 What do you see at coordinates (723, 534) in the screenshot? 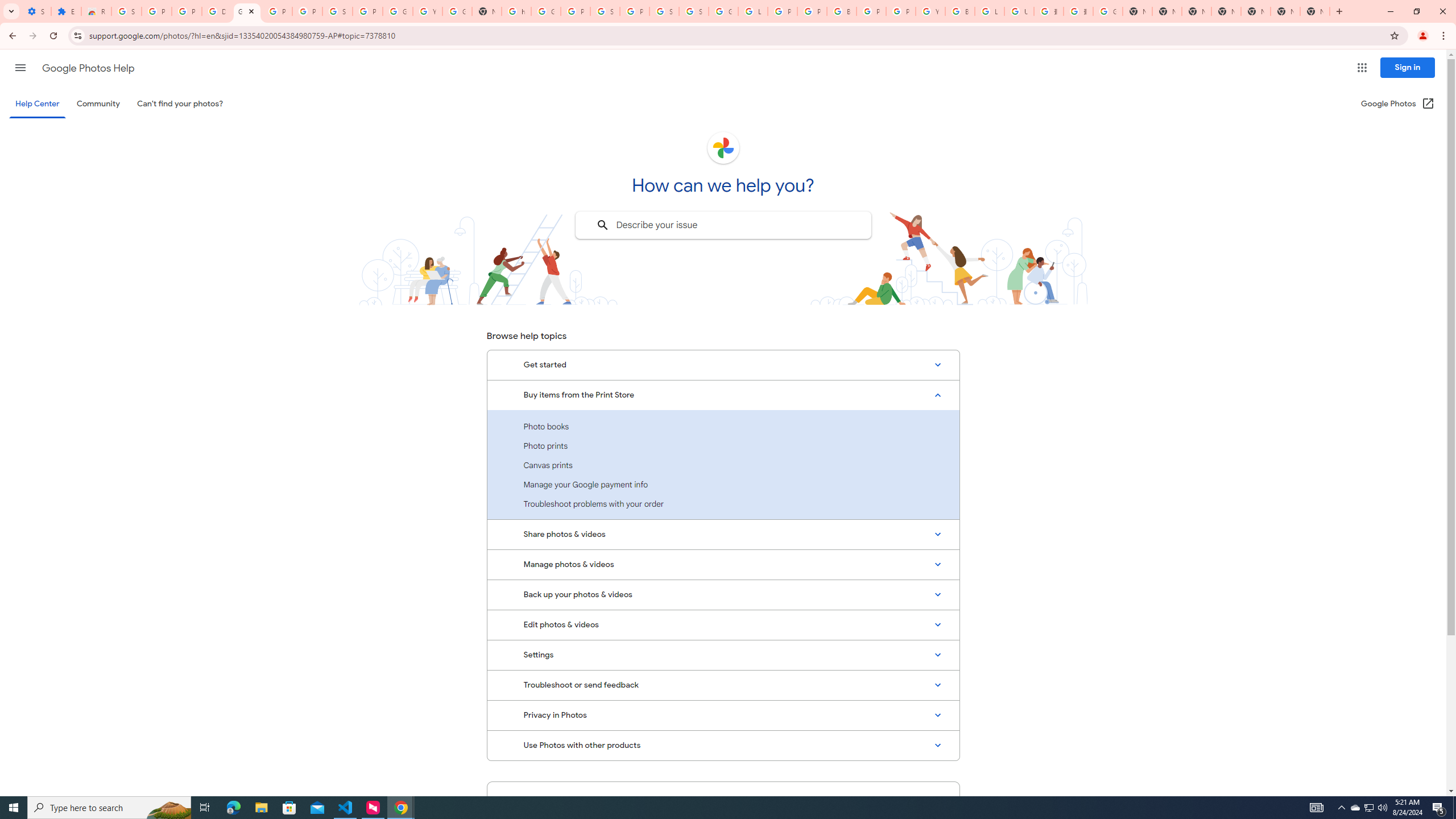
I see `'Share photos & videos'` at bounding box center [723, 534].